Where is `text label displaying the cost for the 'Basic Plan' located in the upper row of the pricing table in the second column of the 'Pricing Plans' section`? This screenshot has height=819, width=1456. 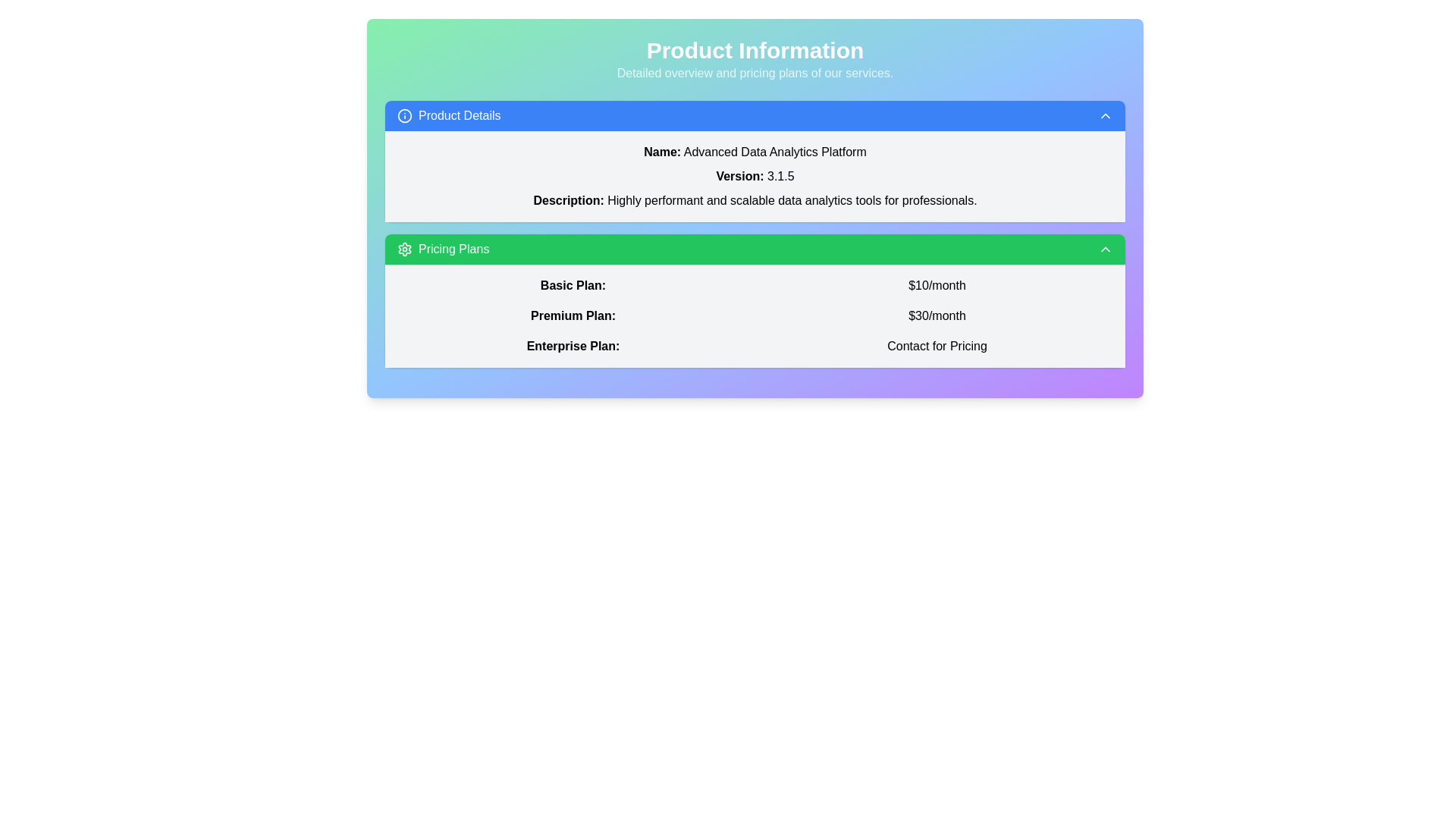
text label displaying the cost for the 'Basic Plan' located in the upper row of the pricing table in the second column of the 'Pricing Plans' section is located at coordinates (937, 286).